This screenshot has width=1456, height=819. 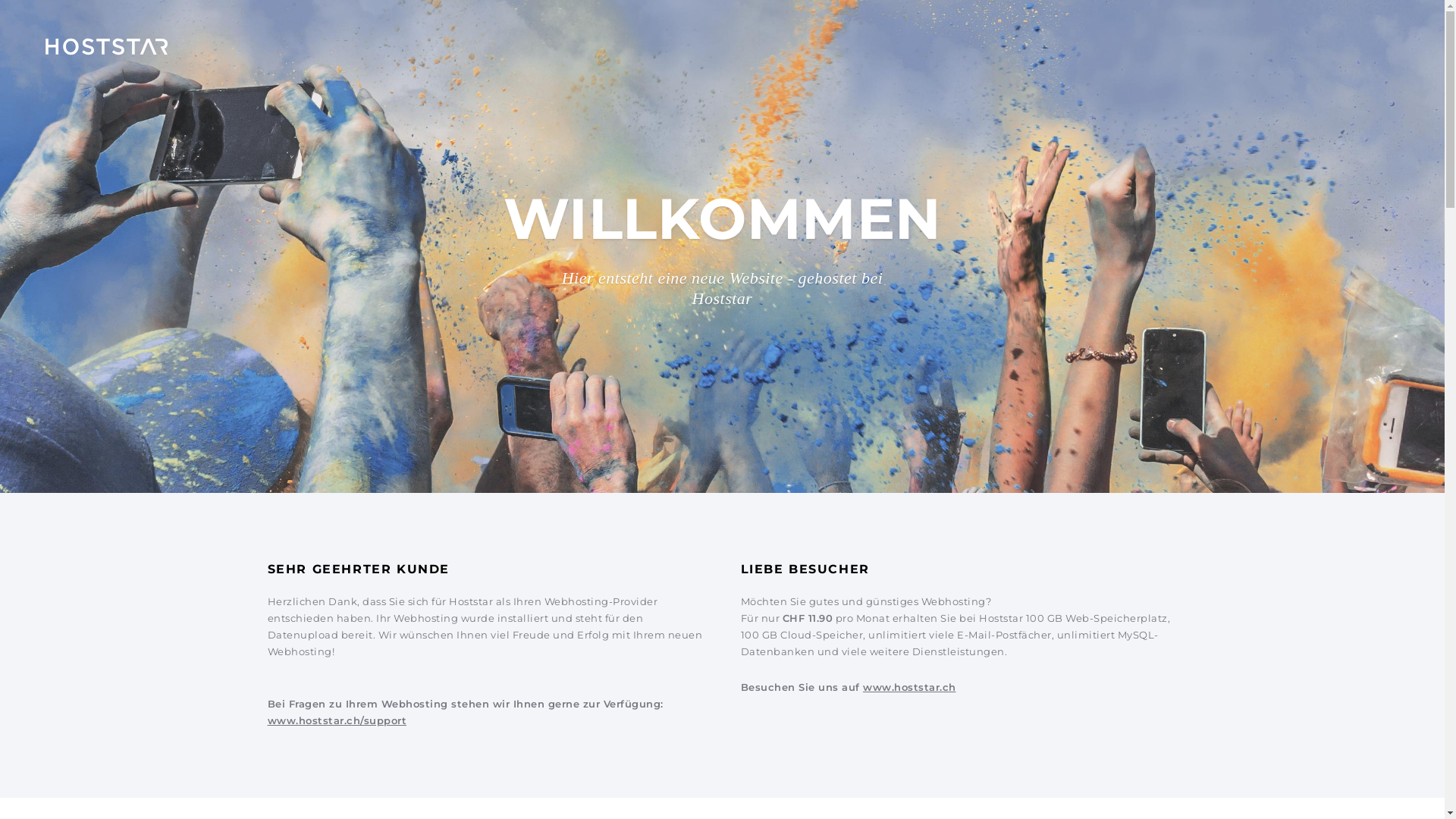 What do you see at coordinates (909, 687) in the screenshot?
I see `'www.hoststar.ch'` at bounding box center [909, 687].